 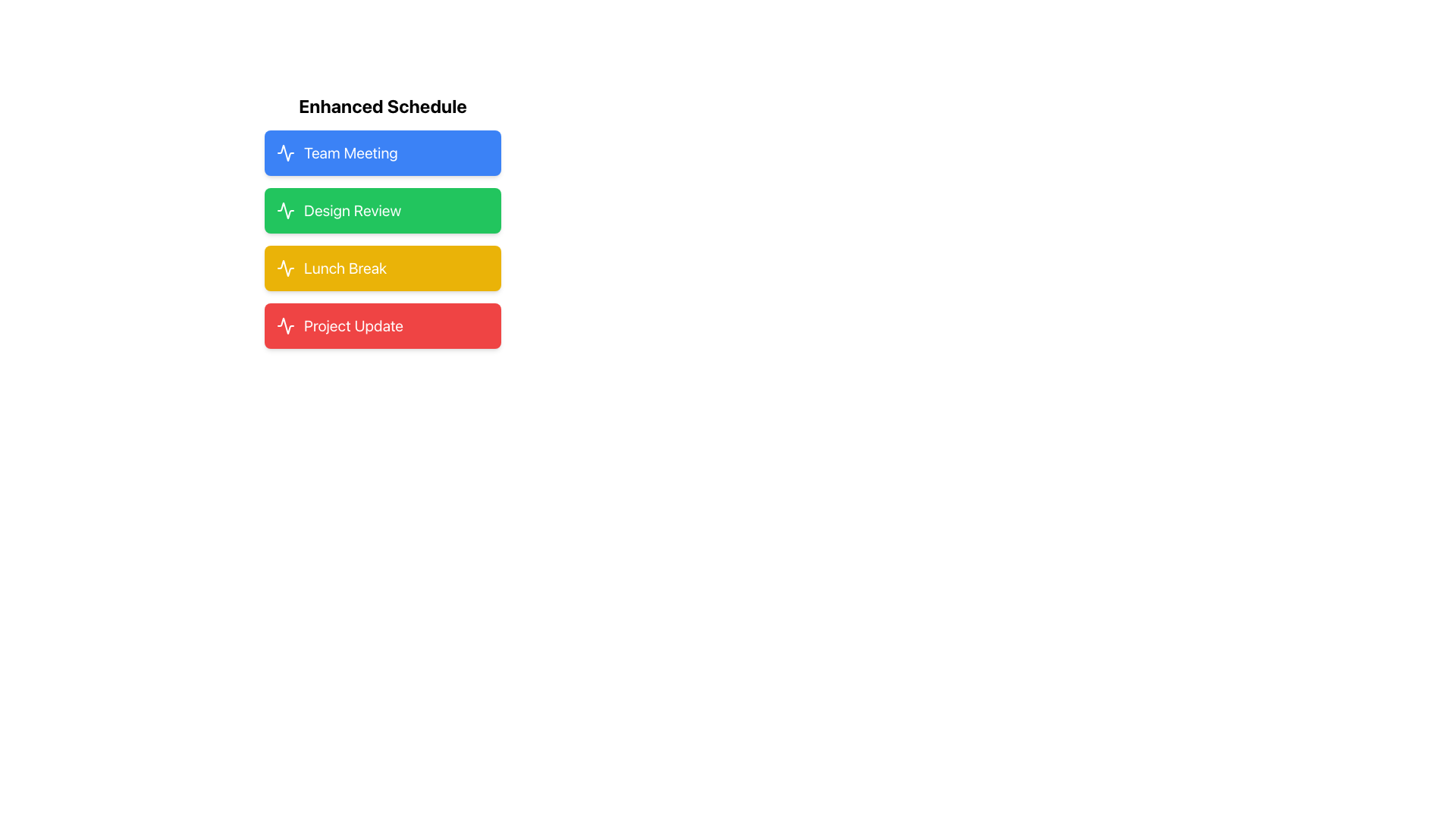 What do you see at coordinates (382, 325) in the screenshot?
I see `the 'Project Update' informative block, which has a red background and white bold text, located at the bottom of a list of similar blocks` at bounding box center [382, 325].